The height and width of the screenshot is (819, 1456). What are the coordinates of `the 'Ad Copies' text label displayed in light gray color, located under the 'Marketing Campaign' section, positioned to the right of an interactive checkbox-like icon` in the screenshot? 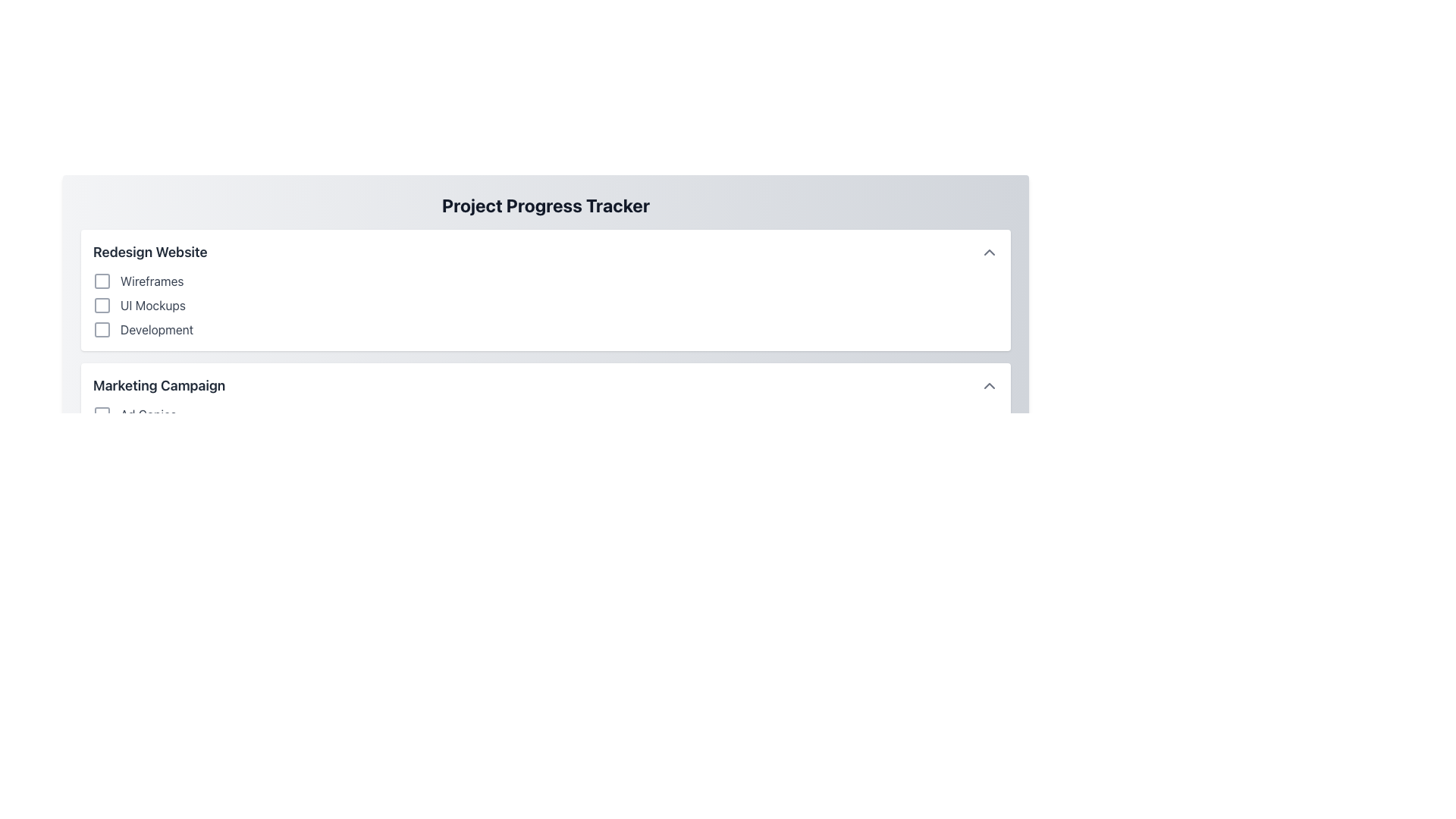 It's located at (149, 415).